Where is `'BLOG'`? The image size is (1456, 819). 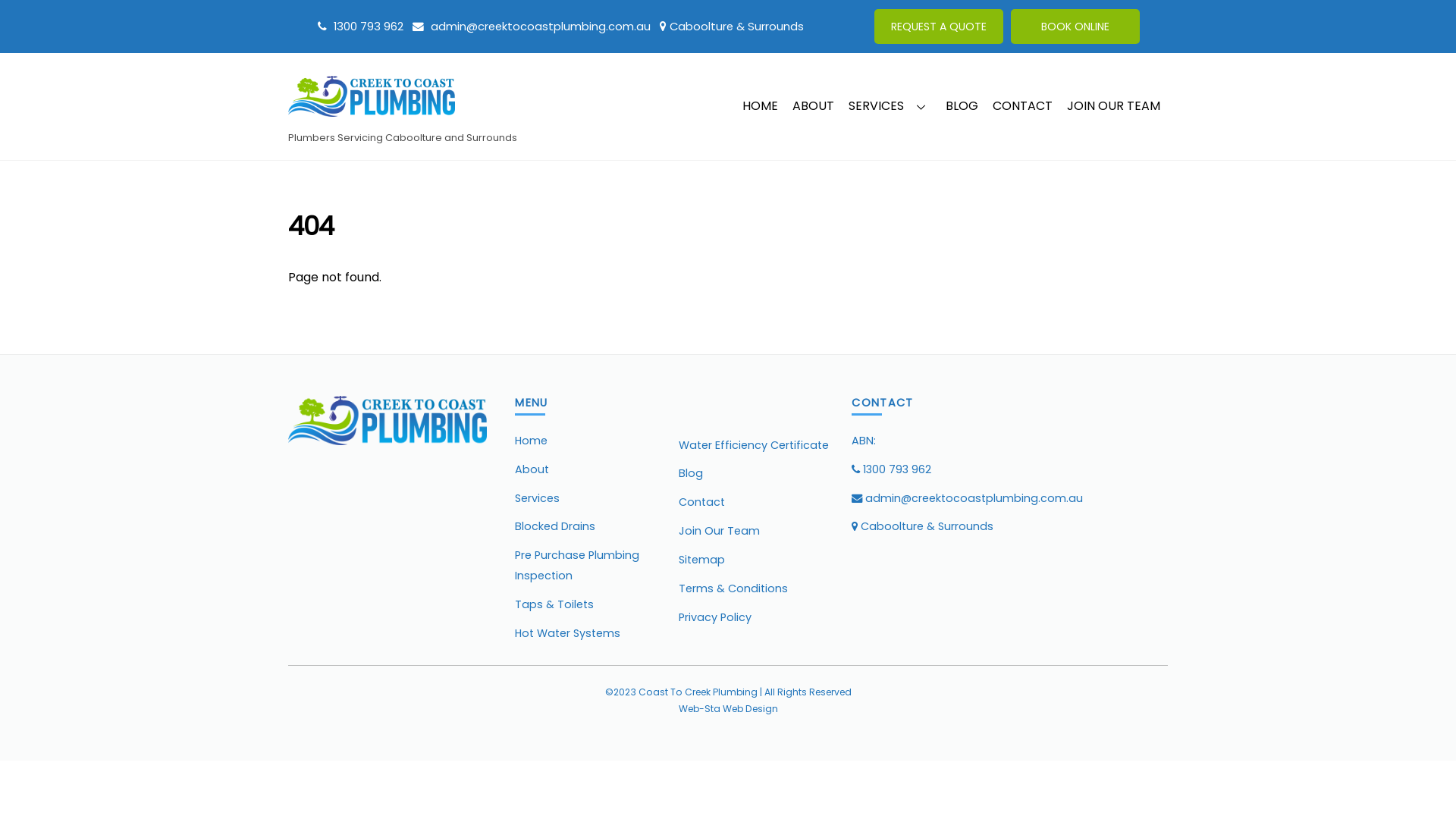 'BLOG' is located at coordinates (960, 106).